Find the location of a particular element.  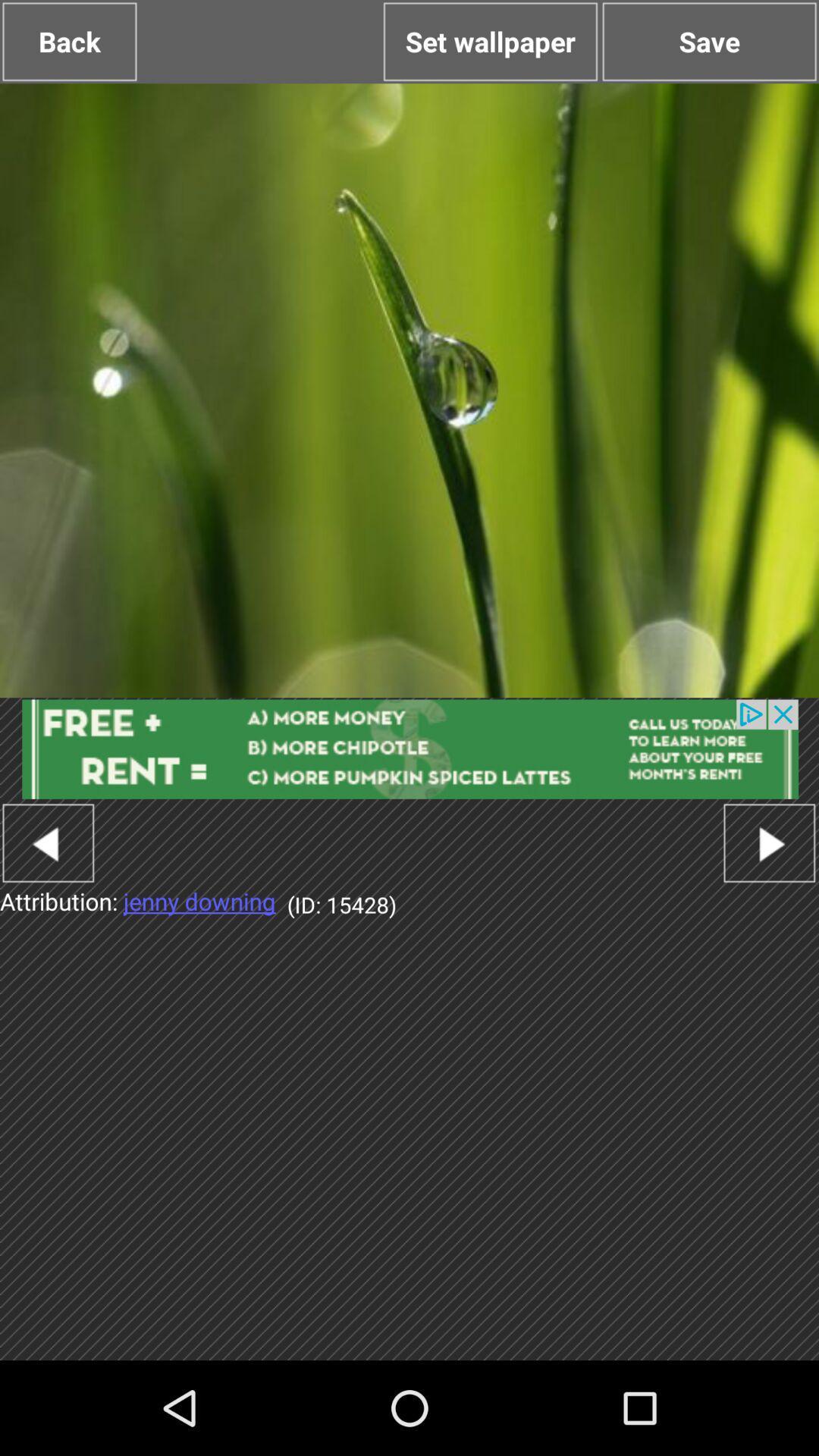

previous is located at coordinates (47, 842).